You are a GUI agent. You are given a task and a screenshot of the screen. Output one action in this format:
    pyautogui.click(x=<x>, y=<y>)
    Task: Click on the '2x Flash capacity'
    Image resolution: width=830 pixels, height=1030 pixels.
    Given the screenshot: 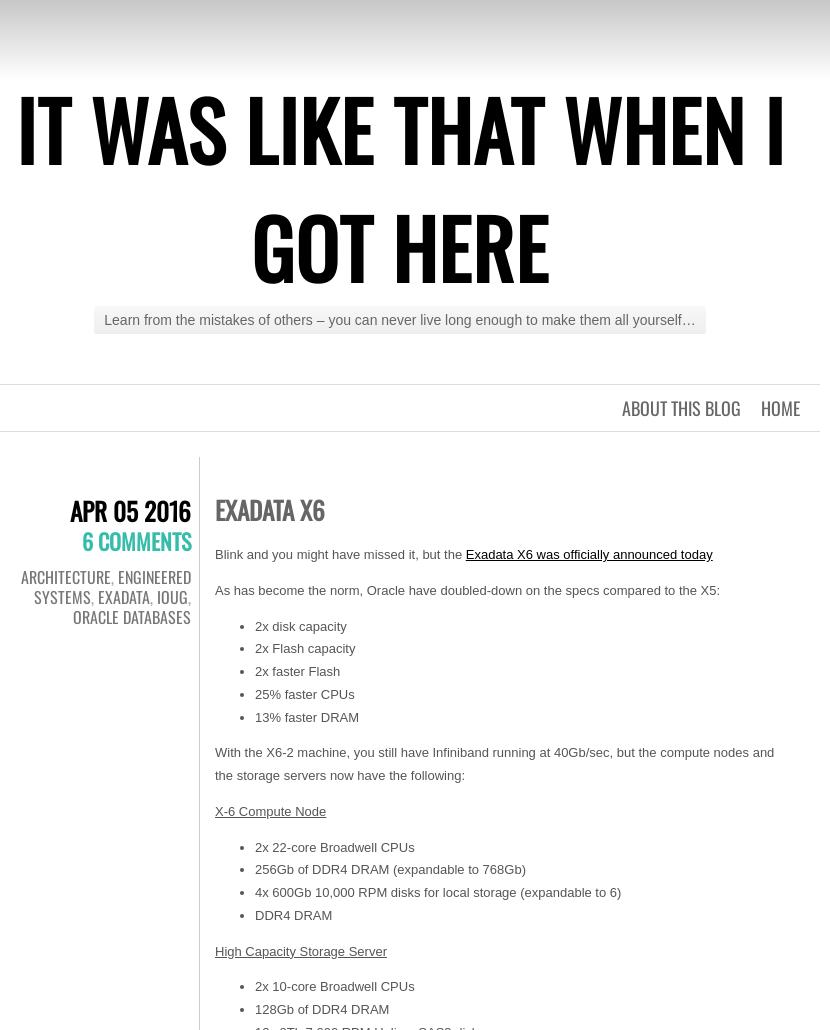 What is the action you would take?
    pyautogui.click(x=304, y=647)
    